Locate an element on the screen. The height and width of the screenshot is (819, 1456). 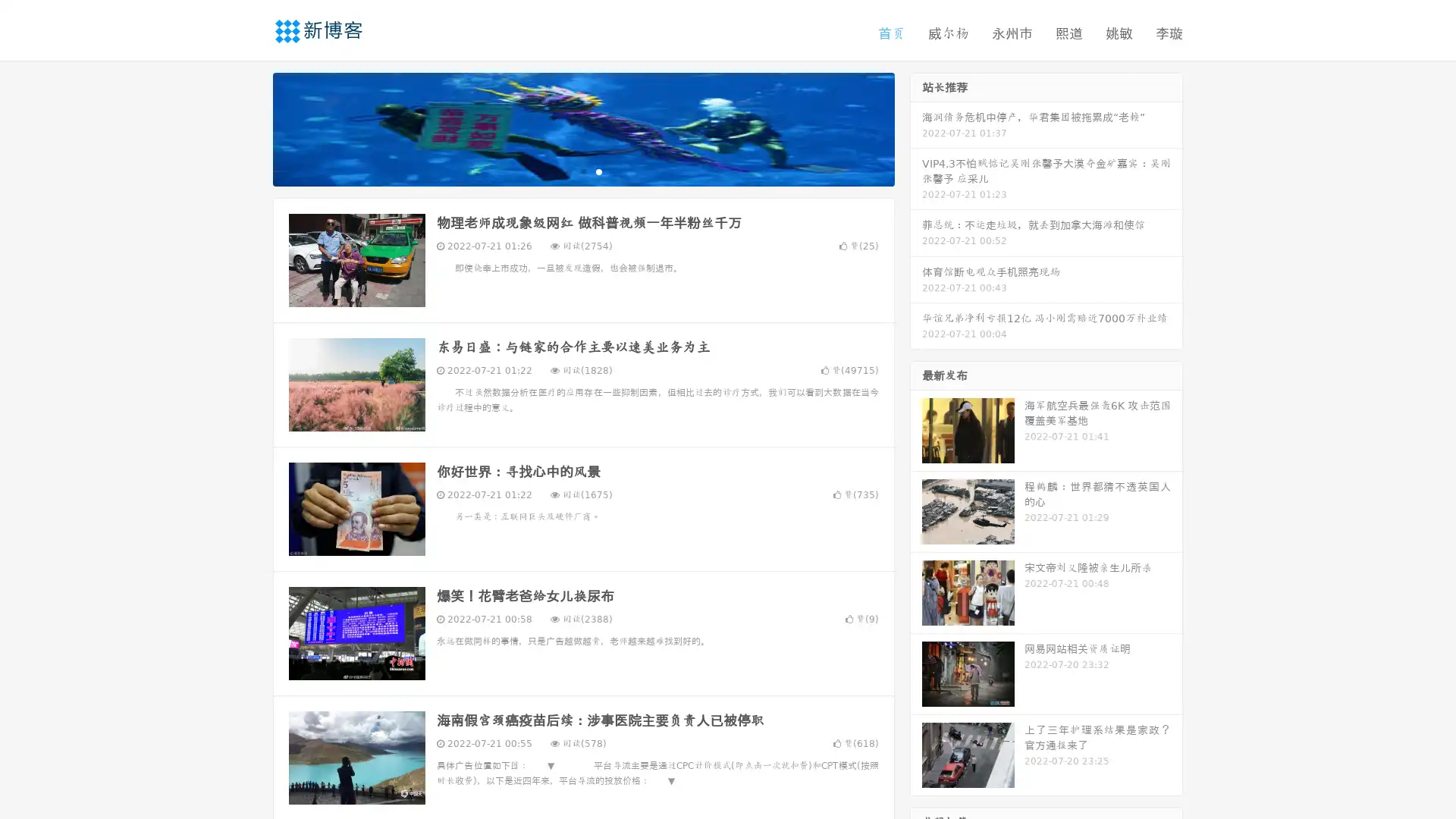
Go to slide 2 is located at coordinates (582, 171).